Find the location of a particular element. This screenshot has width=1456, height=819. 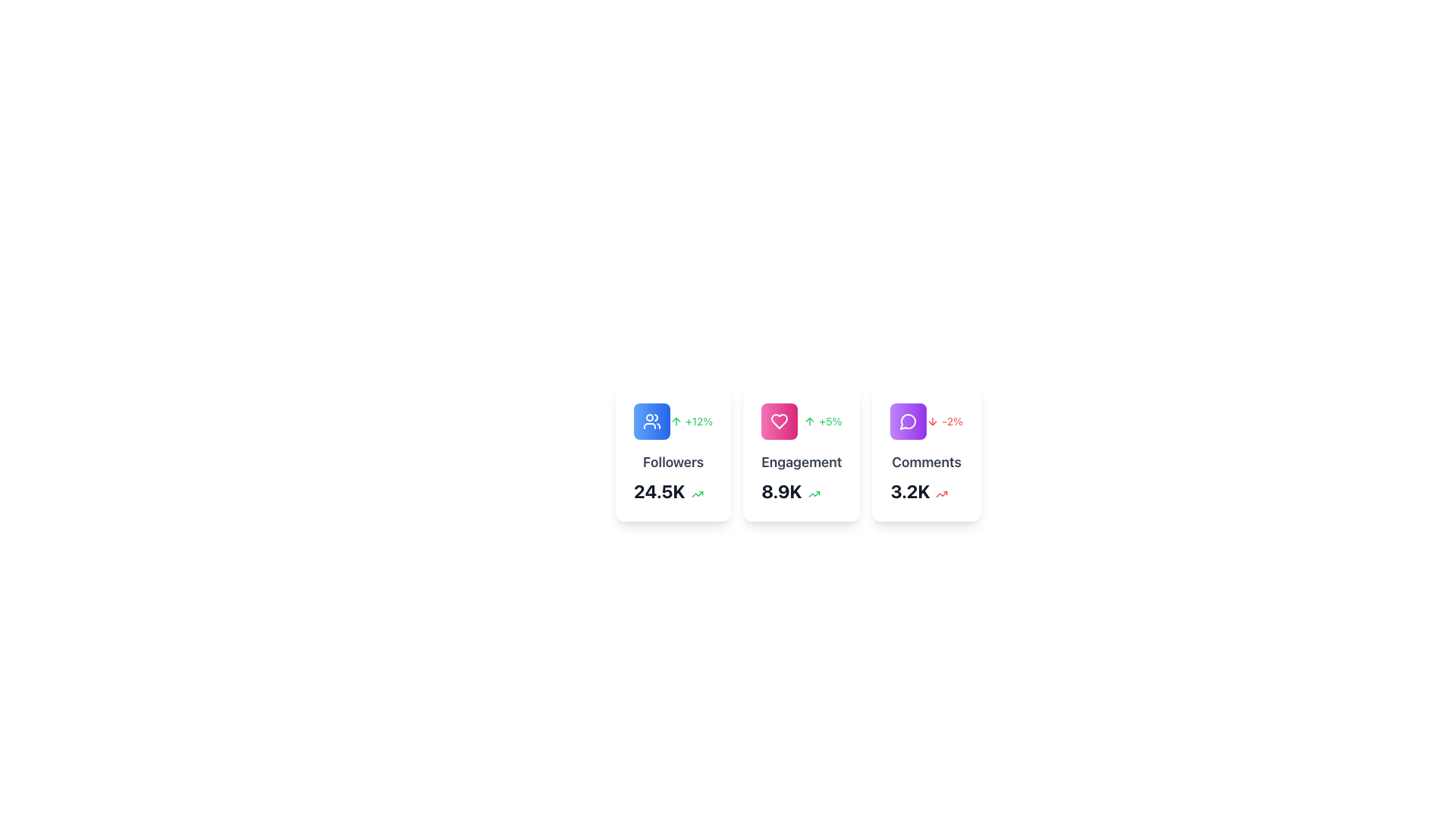

the comments SVG icon located in the third panel from the left, adjacent to the 'Followers' and 'Engagement' panels, for accessibility purposes is located at coordinates (908, 421).